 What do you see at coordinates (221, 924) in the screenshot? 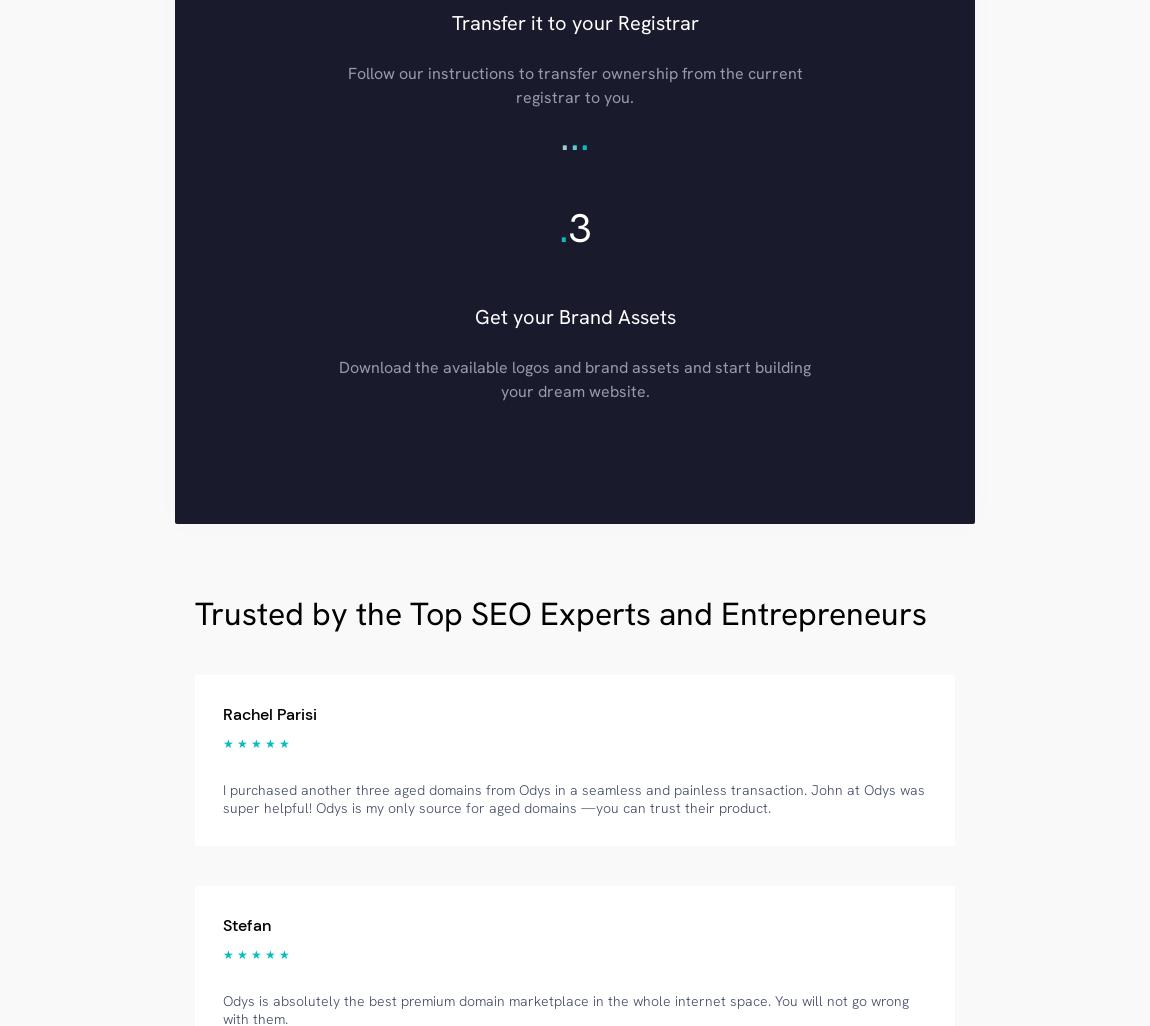
I see `'Stefan'` at bounding box center [221, 924].